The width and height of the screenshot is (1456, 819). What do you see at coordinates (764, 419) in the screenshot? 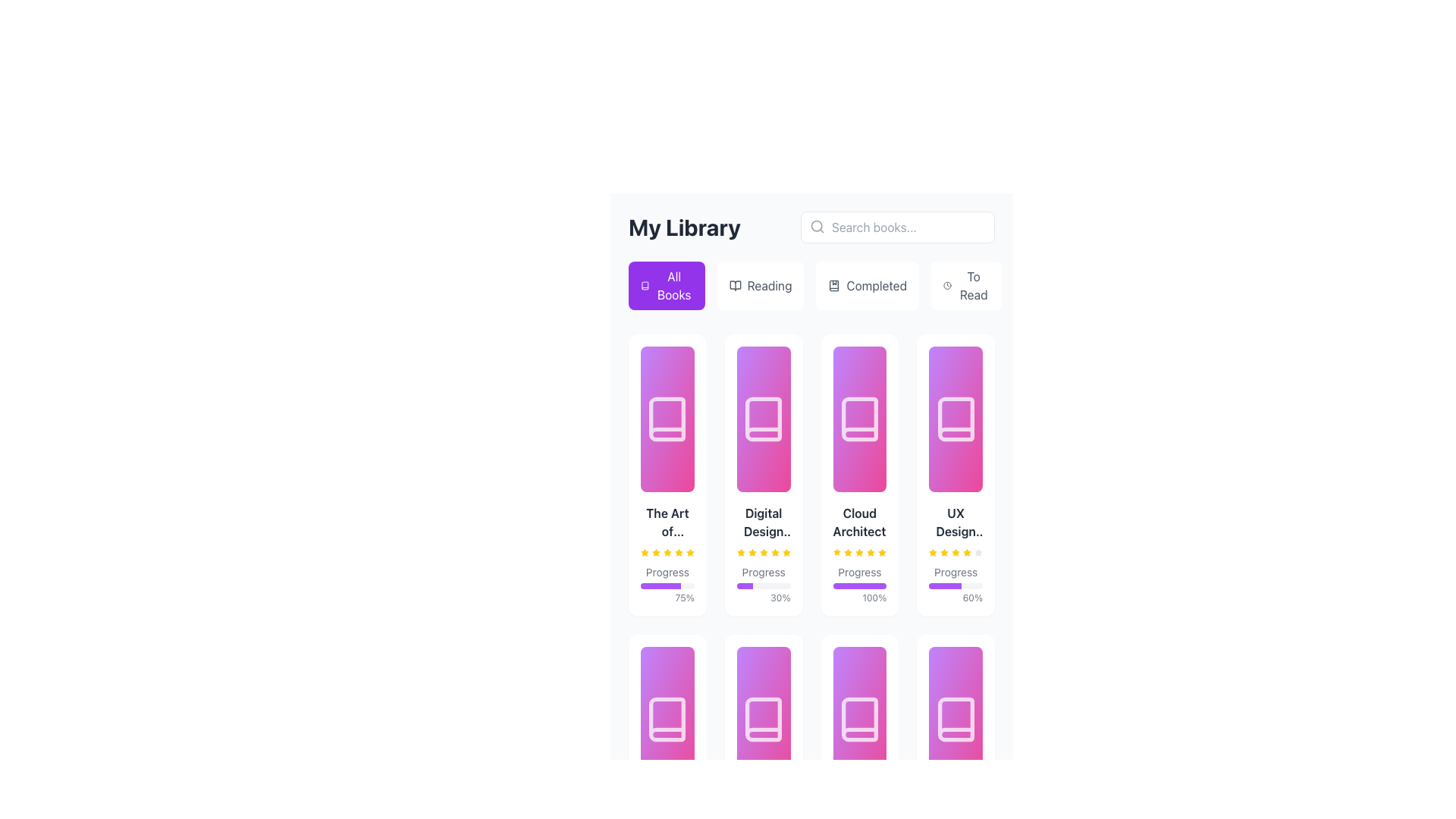
I see `the graphical icon representing a resource item, which is a rectangular component with rounded corners, transitioning from purple to pink, featuring a white book icon, located centrally in the 'Digital Design Principles' card` at bounding box center [764, 419].